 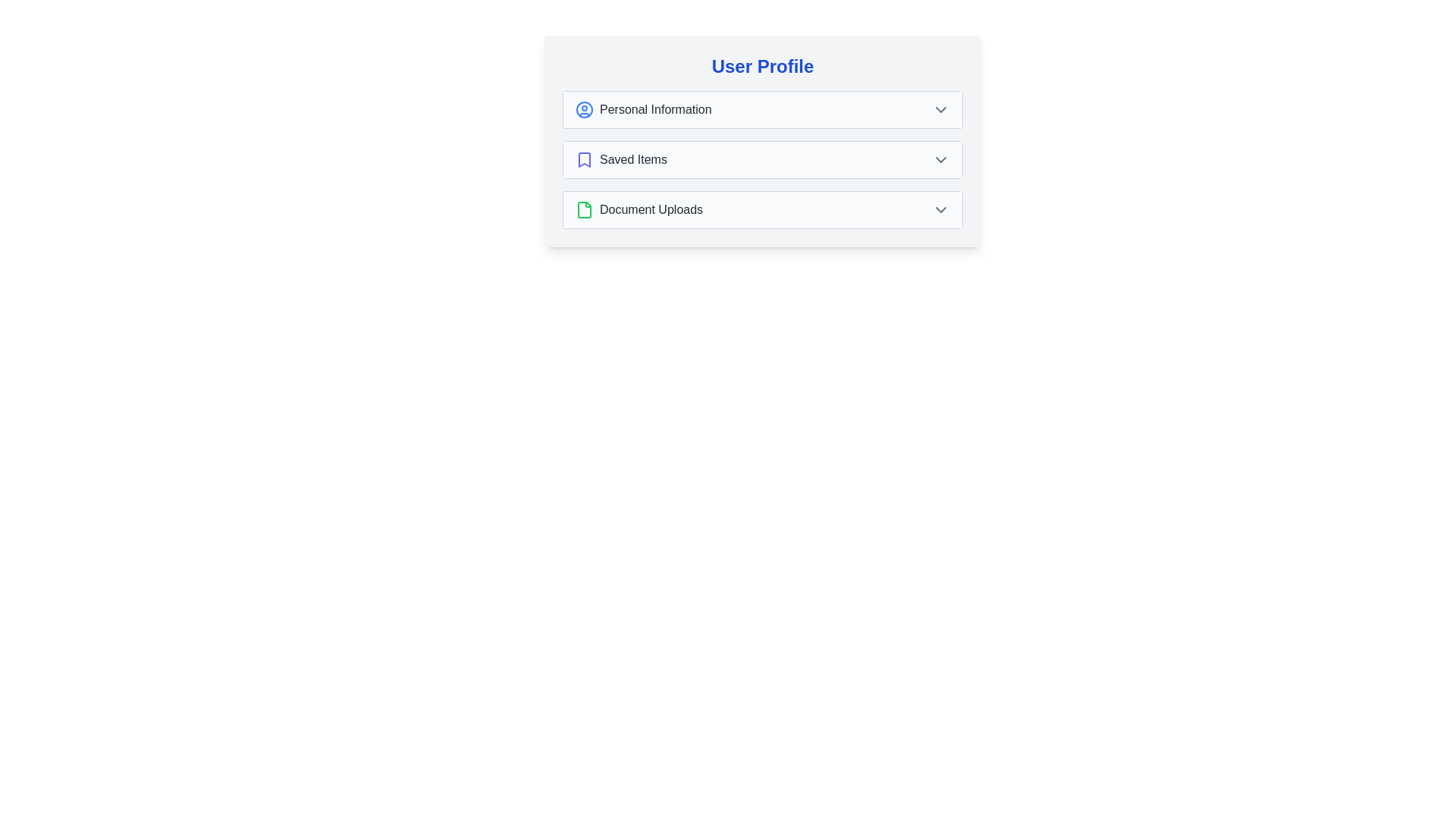 What do you see at coordinates (584, 210) in the screenshot?
I see `the 'Document Uploads' icon located to the far-left of the corresponding text label in the 'User Profile' section for detailed inspection` at bounding box center [584, 210].